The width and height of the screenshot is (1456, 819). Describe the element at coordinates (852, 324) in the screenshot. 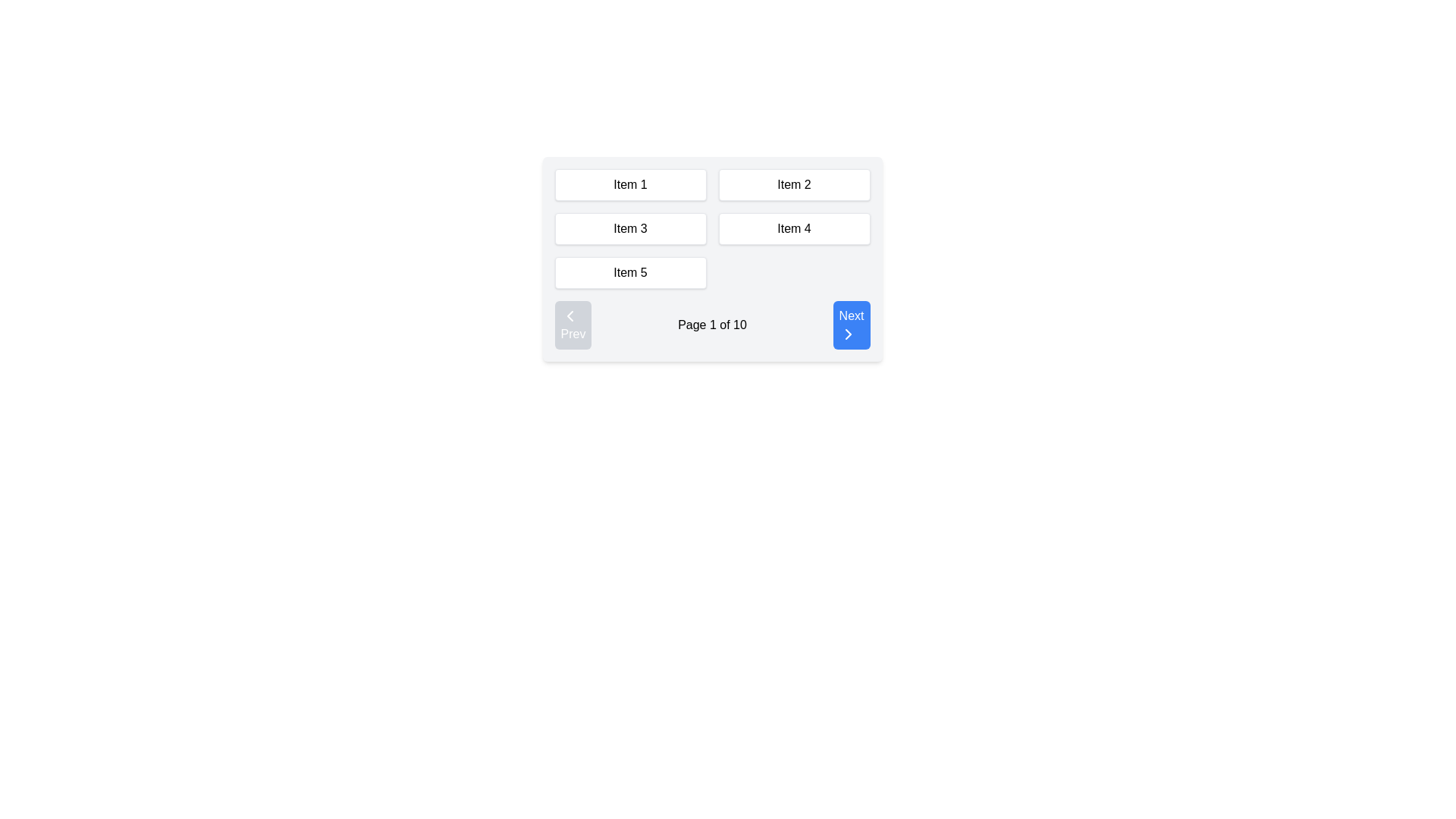

I see `the 'Next' button located at the bottom-right corner of the pagination control` at that location.